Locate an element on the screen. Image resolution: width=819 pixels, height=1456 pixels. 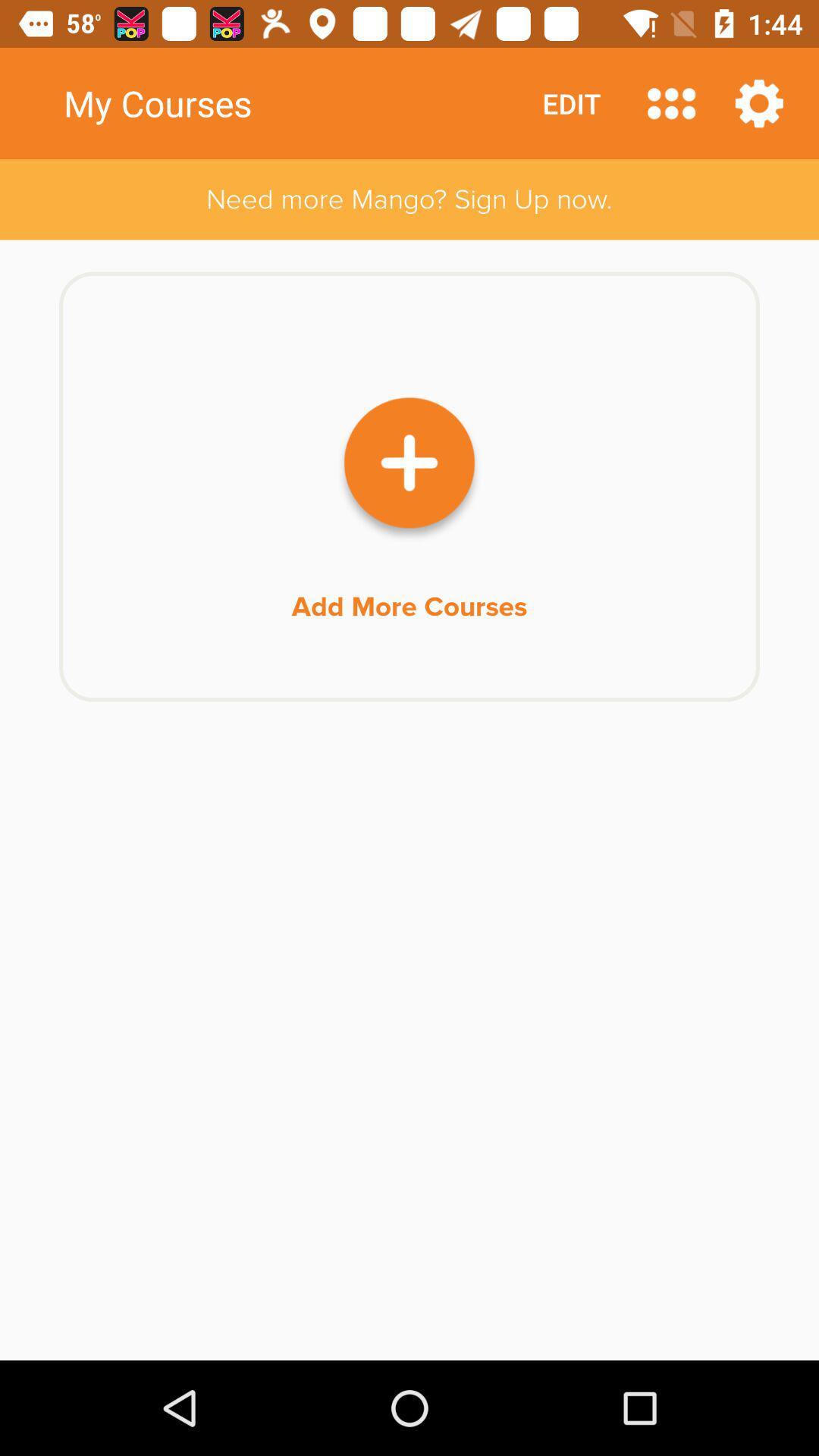
icon above the need more mango item is located at coordinates (571, 102).